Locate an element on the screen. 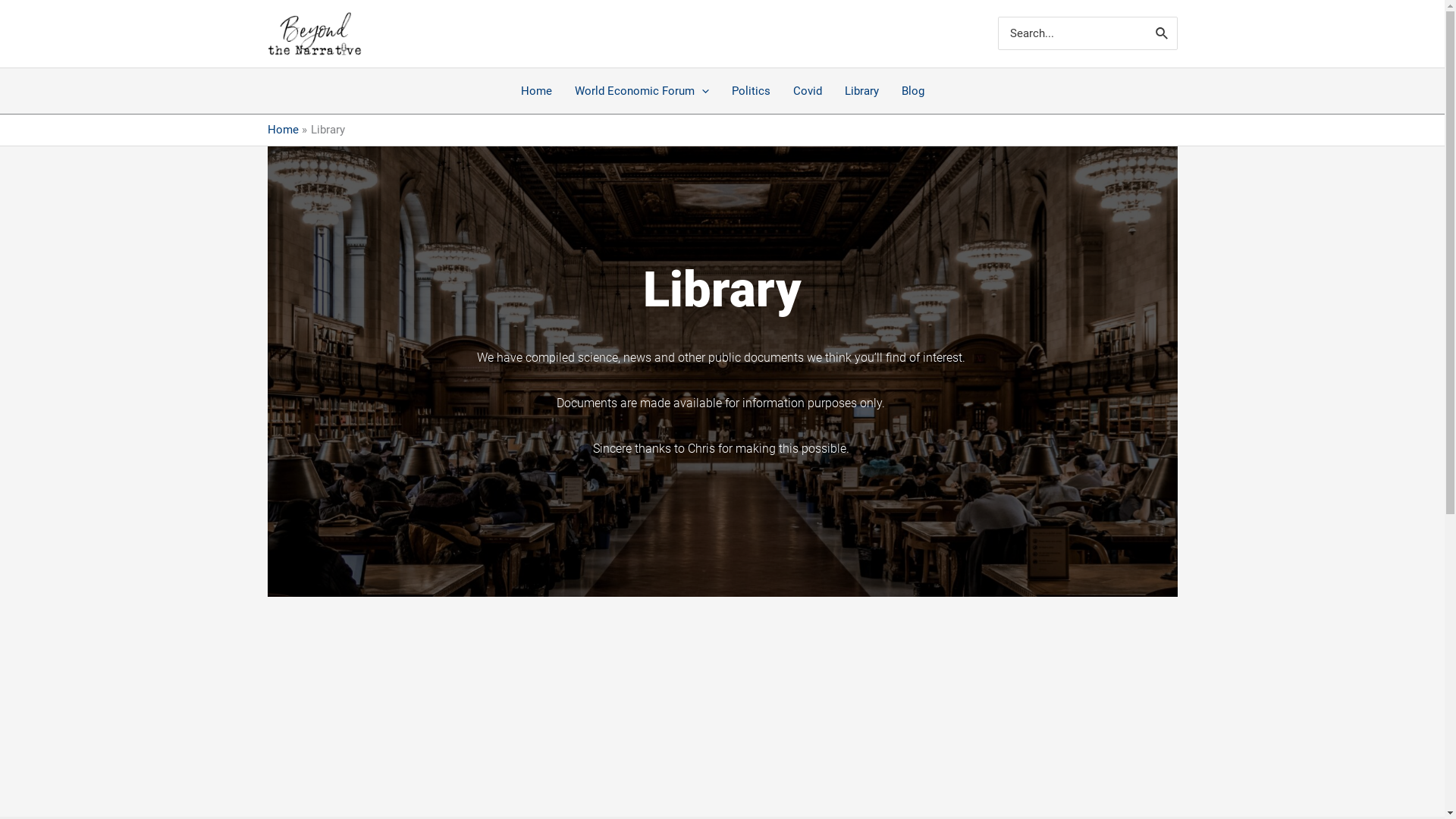 This screenshot has height=819, width=1456. 'Blog' is located at coordinates (912, 90).